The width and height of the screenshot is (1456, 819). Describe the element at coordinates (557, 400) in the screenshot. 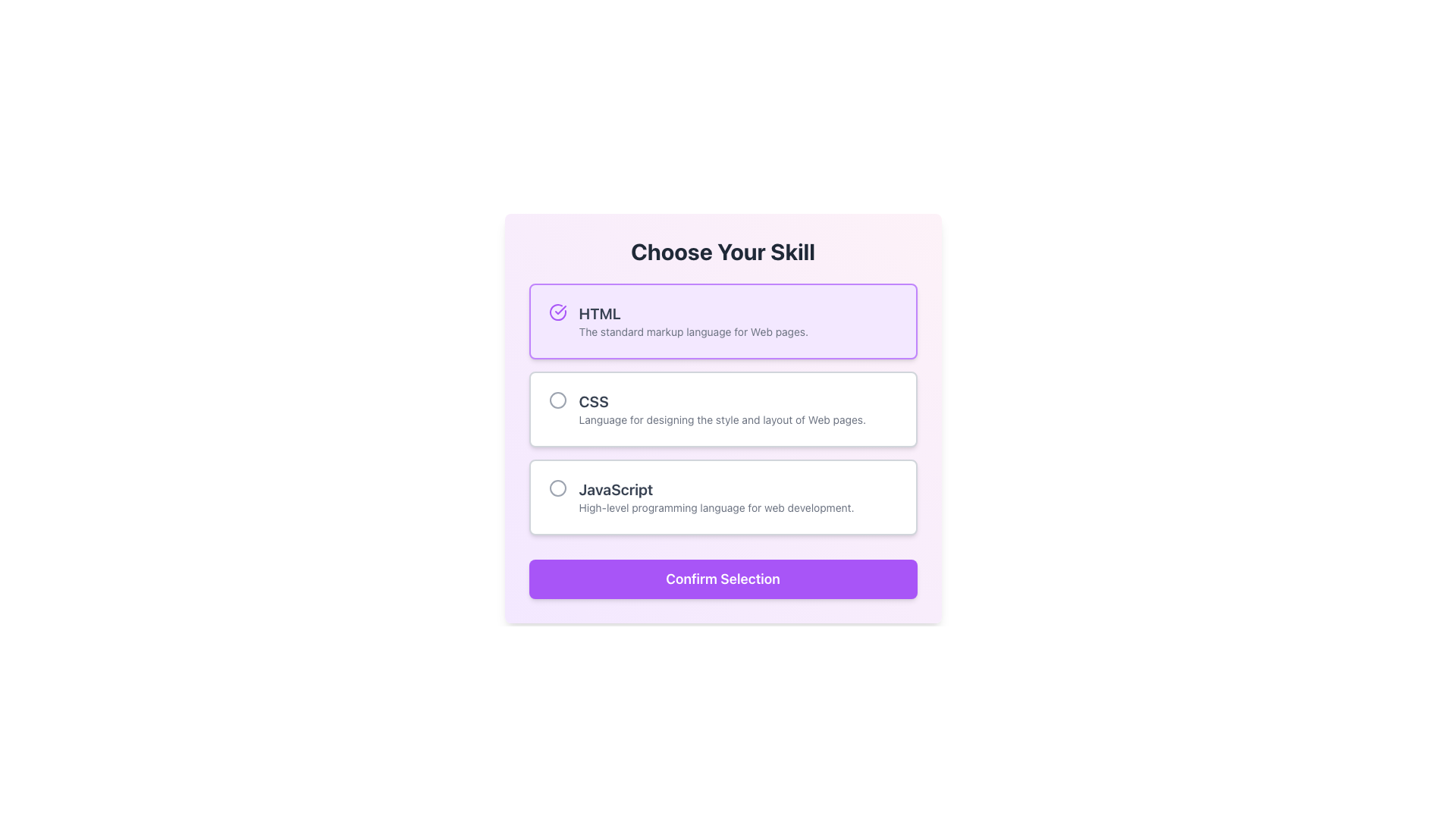

I see `the small circular icon with a gray outline located beside the 'CSS' option in the 'Choose Your Skill' interface` at that location.